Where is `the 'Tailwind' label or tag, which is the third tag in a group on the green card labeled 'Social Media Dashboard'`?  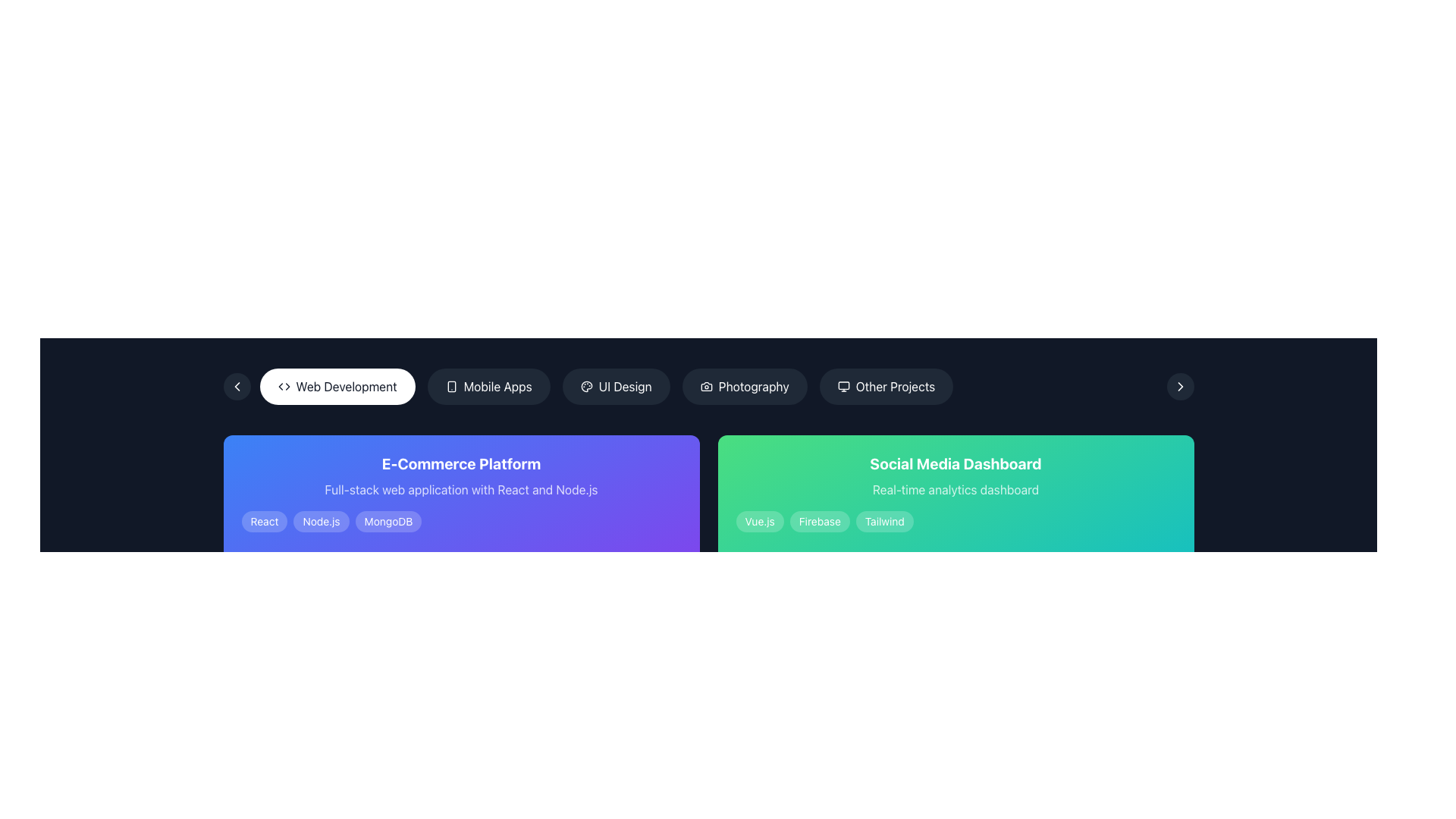 the 'Tailwind' label or tag, which is the third tag in a group on the green card labeled 'Social Media Dashboard' is located at coordinates (884, 520).